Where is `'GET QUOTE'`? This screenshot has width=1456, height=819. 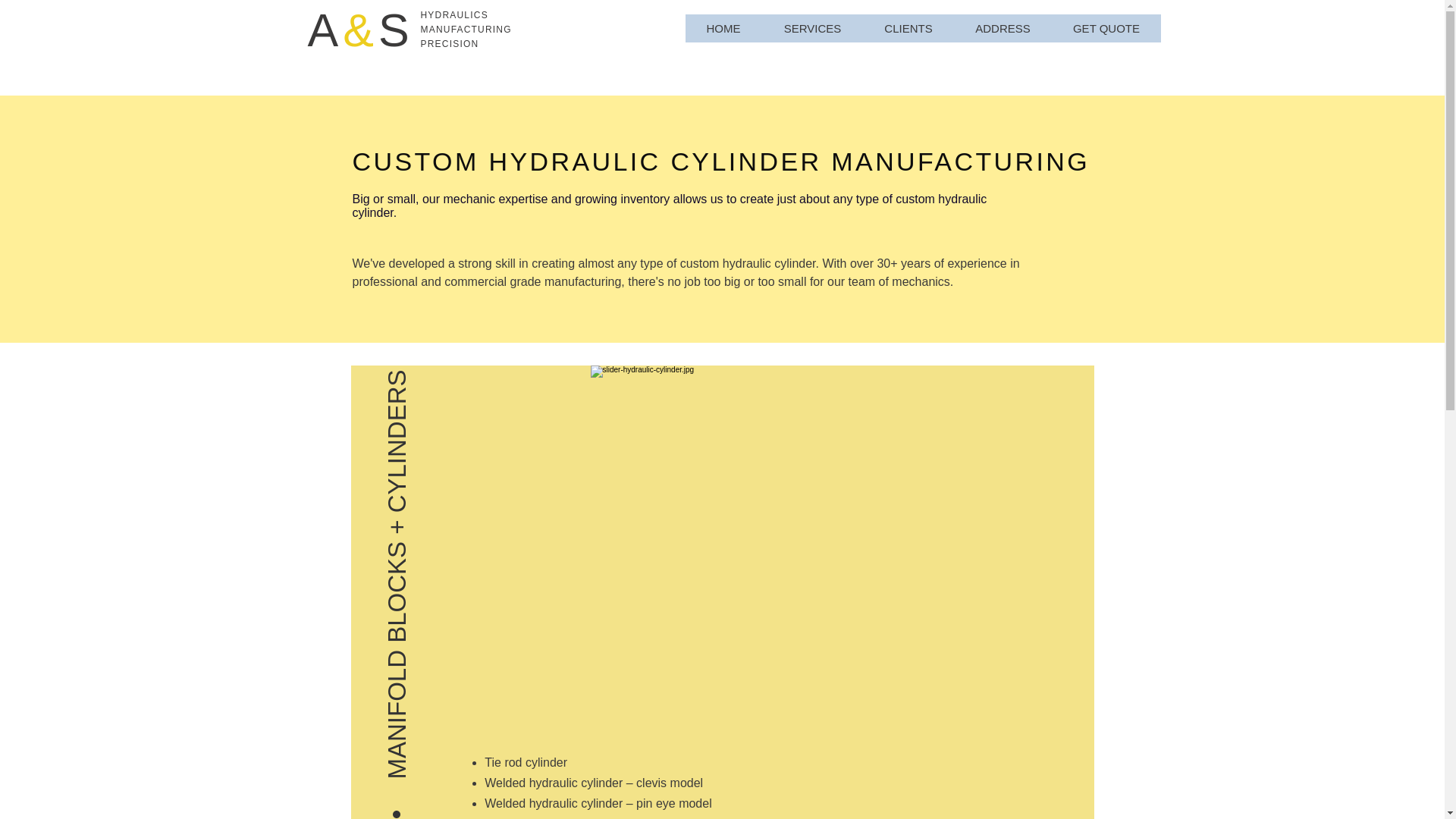
'GET QUOTE' is located at coordinates (1106, 28).